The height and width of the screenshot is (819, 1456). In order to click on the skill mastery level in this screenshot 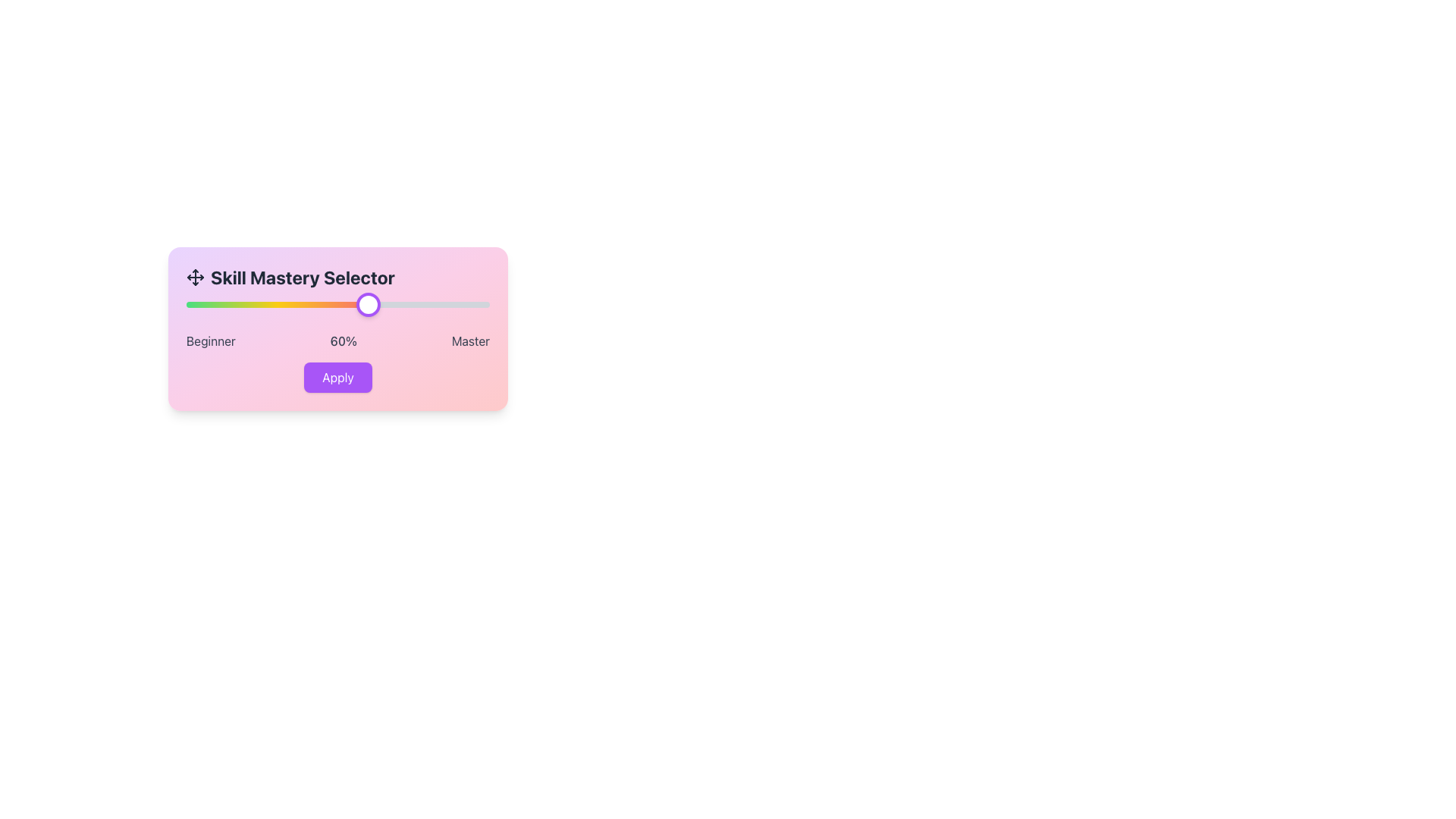, I will do `click(315, 304)`.